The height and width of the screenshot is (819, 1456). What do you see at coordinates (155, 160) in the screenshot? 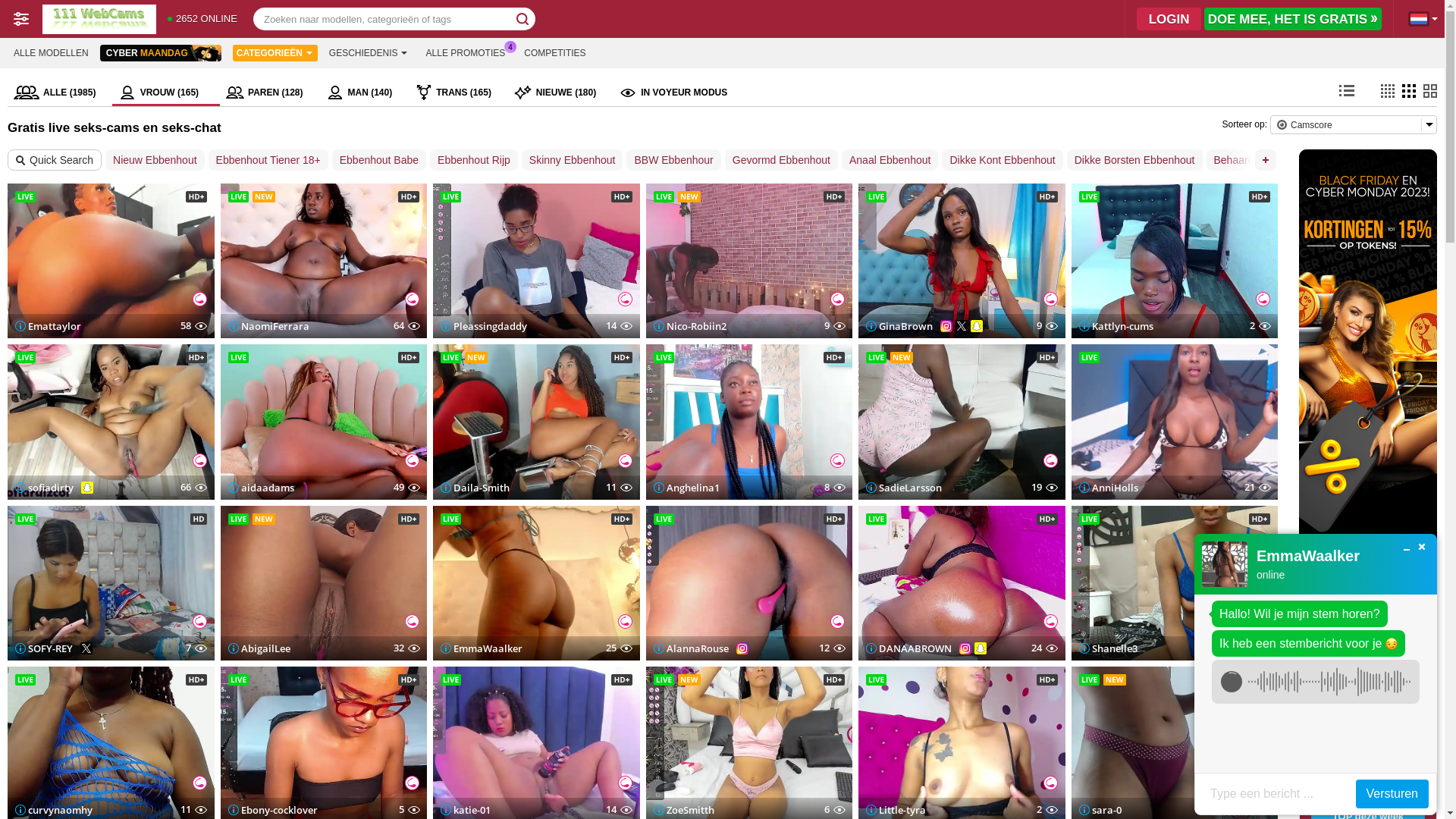
I see `'Nieuw Ebbenhout'` at bounding box center [155, 160].